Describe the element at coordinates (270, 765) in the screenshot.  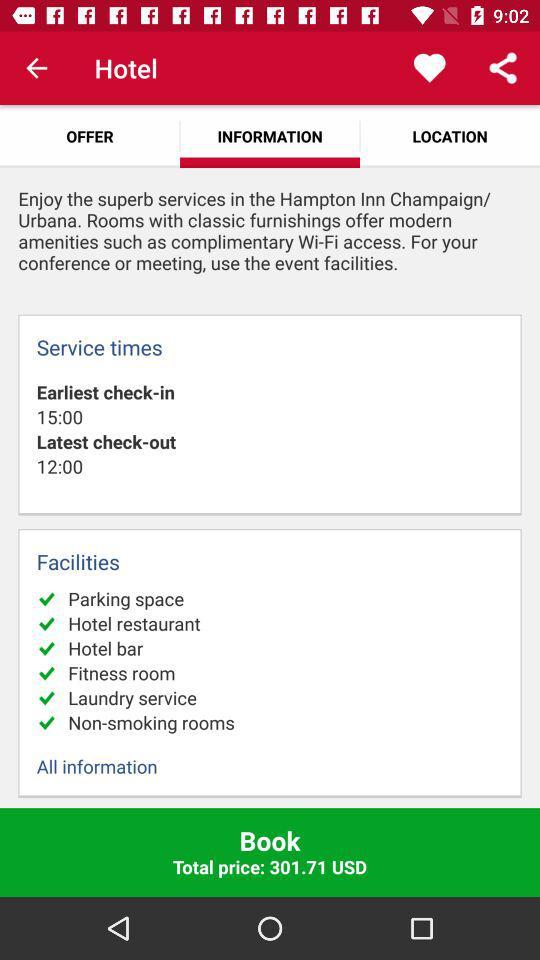
I see `all information item` at that location.